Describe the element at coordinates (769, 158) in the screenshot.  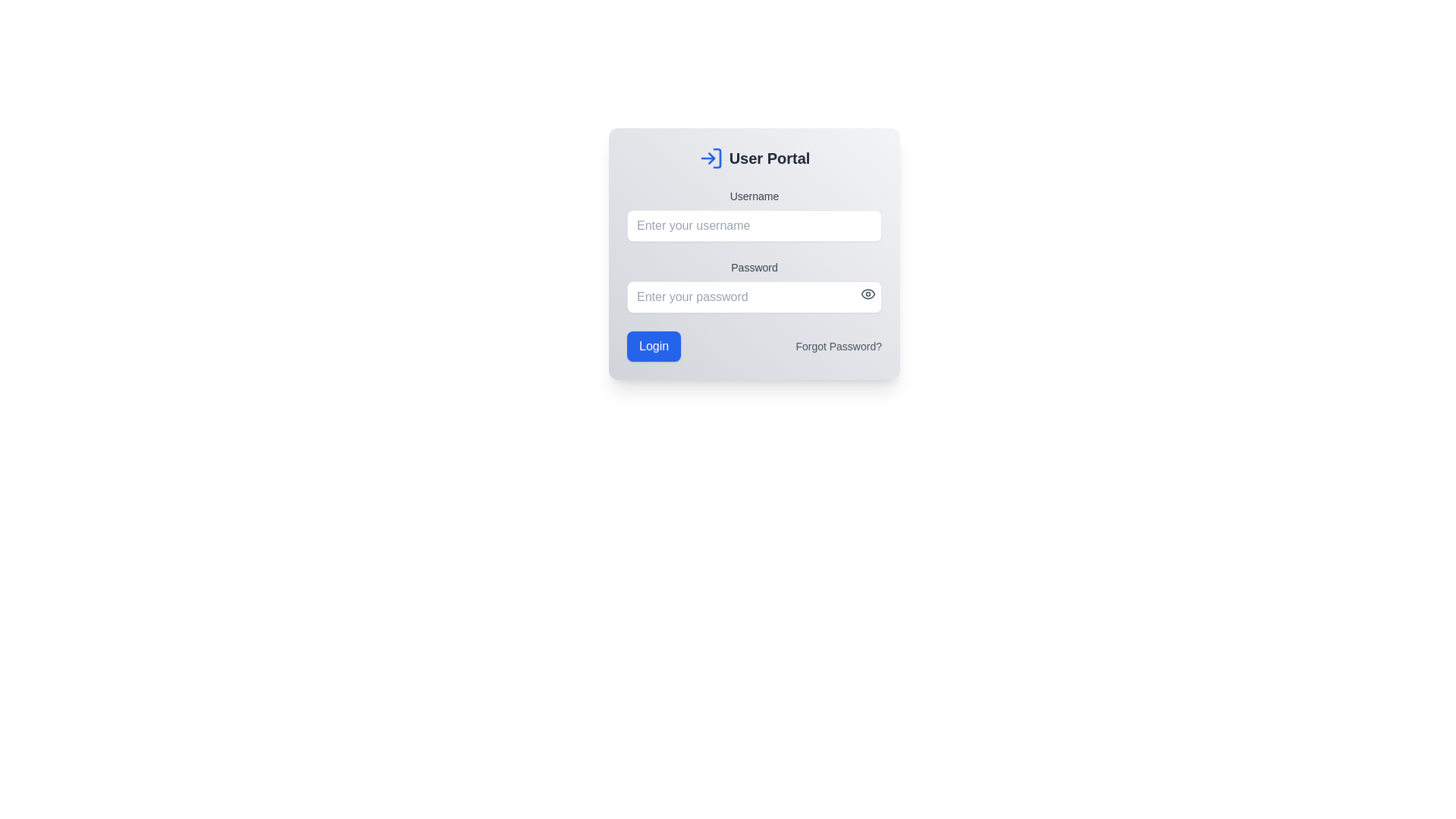
I see `the header text label located to the right of the login icon at the top section of the user portal interface` at that location.